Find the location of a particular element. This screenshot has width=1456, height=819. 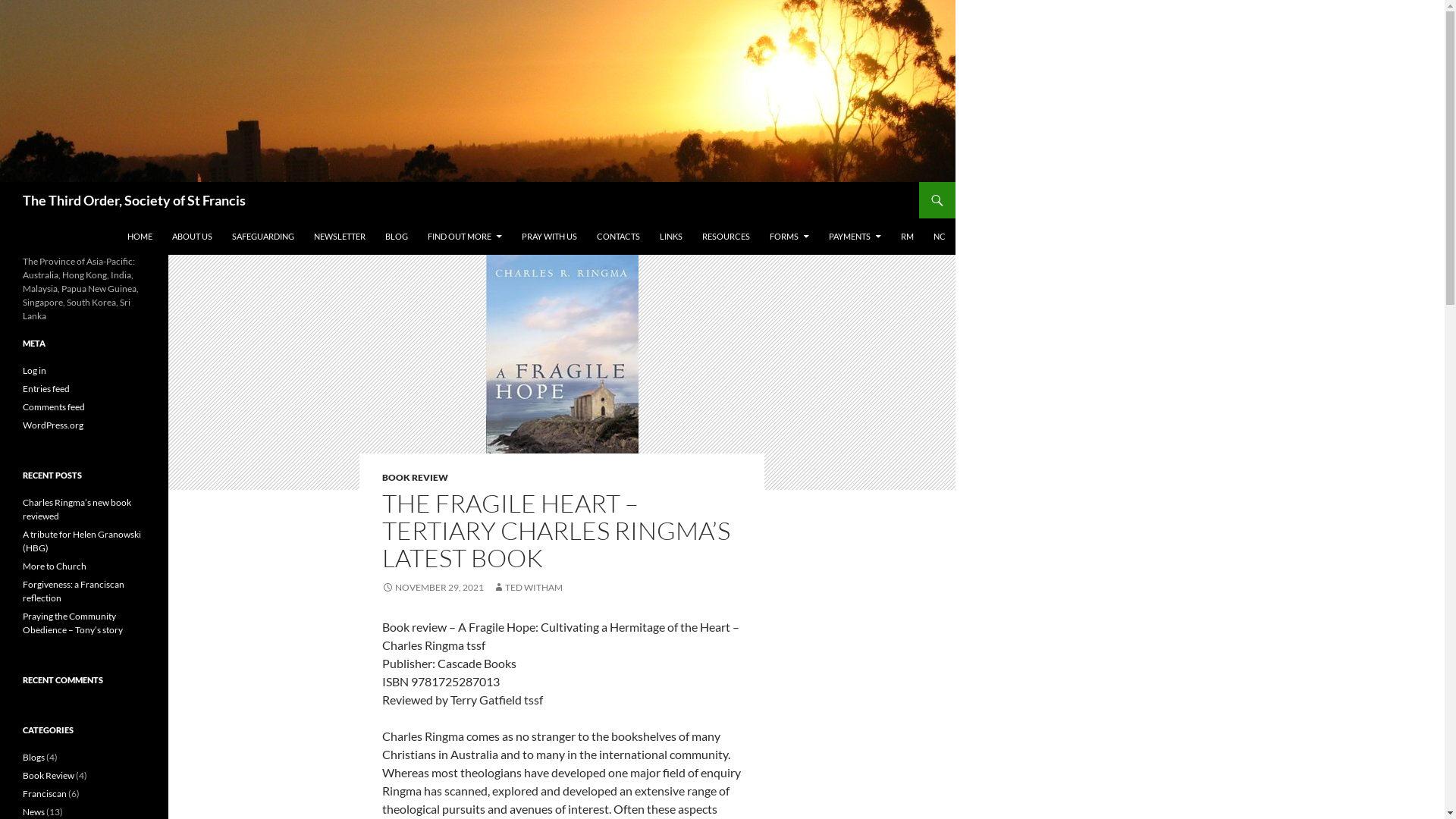

'FIND OUT MORE' is located at coordinates (464, 237).